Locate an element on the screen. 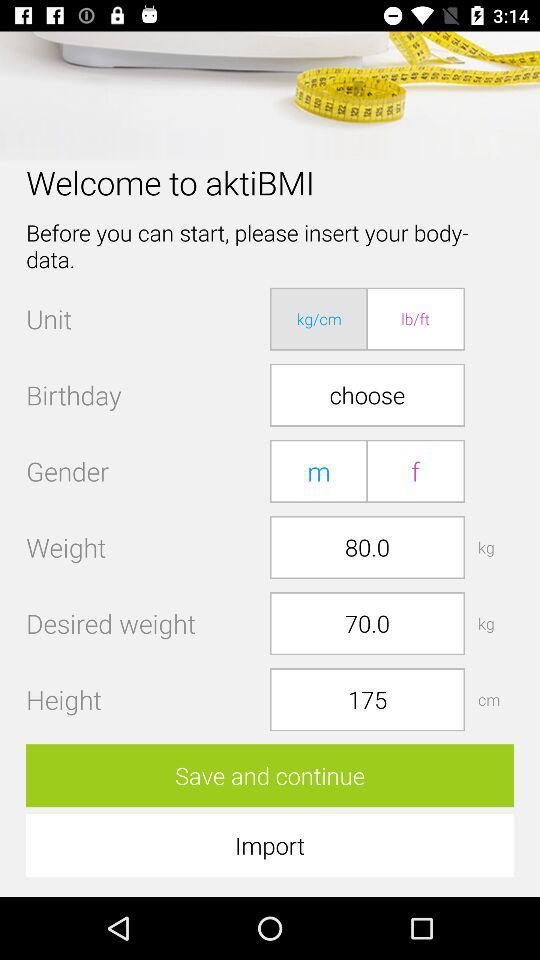  the lb/ft is located at coordinates (414, 319).